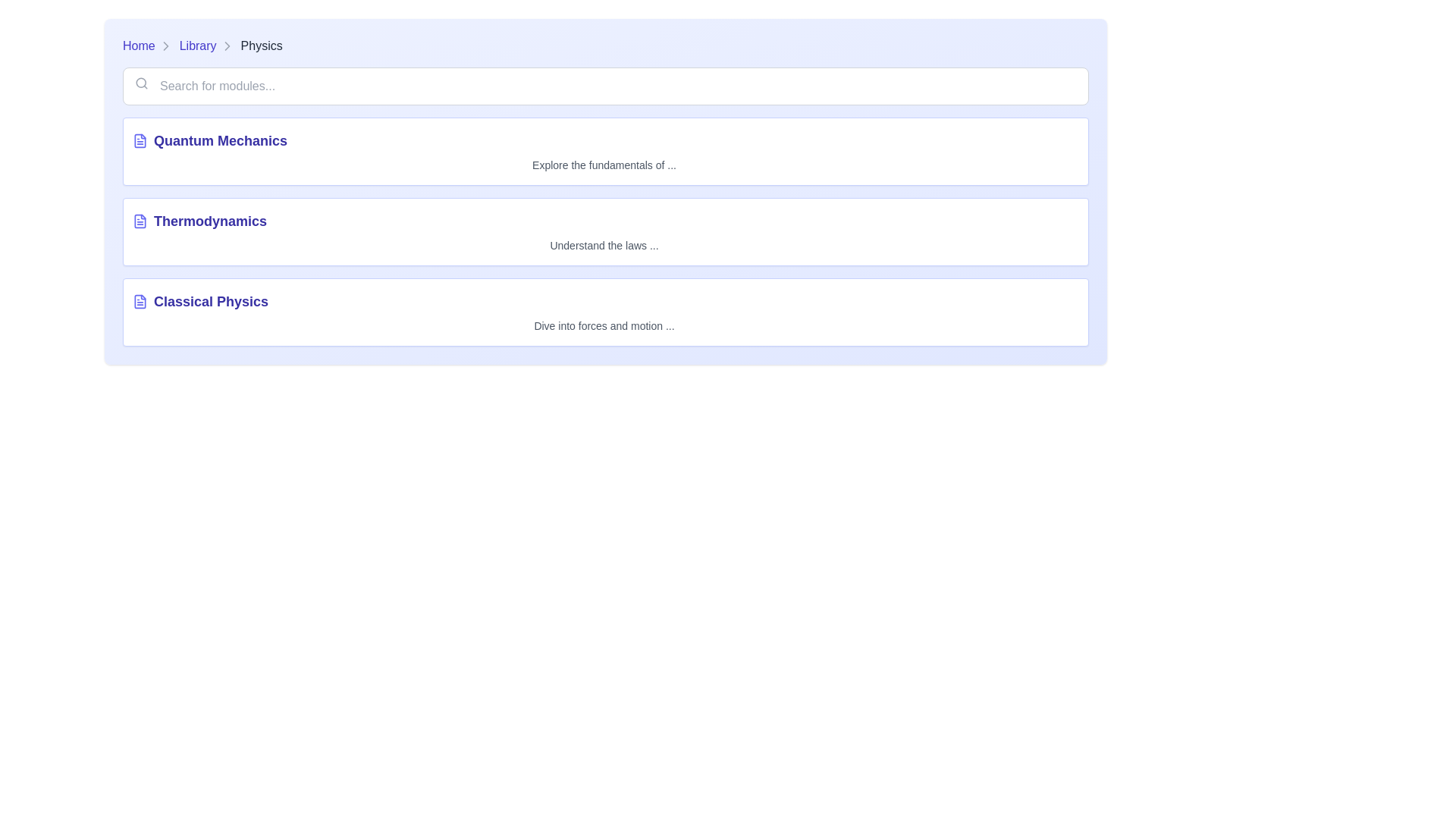 Image resolution: width=1456 pixels, height=819 pixels. I want to click on the text label that provides a brief descriptive summary related to the 'Thermodynamics' module, which is located directly under the title text in the card interface, so click(603, 245).